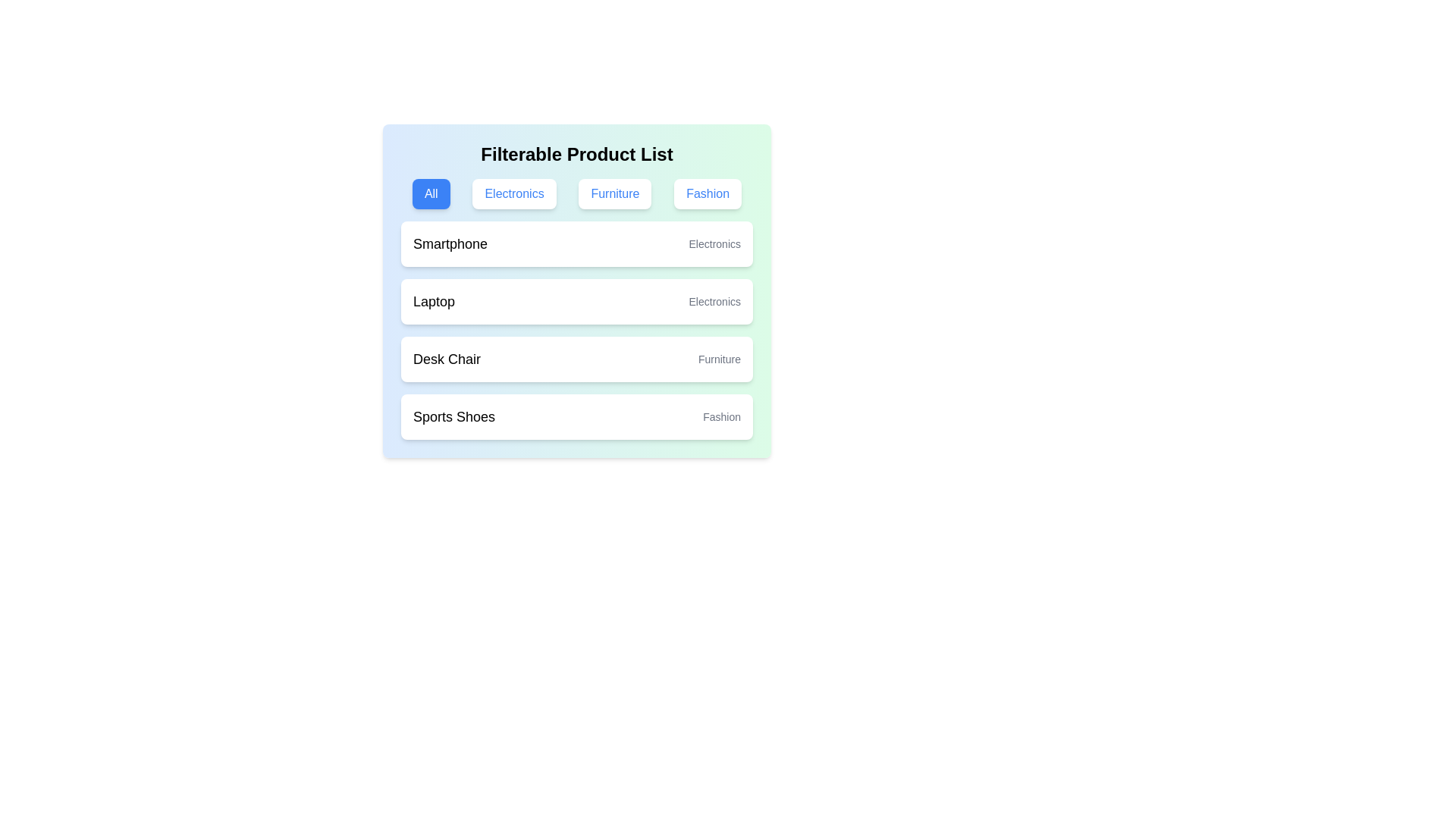  What do you see at coordinates (576, 359) in the screenshot?
I see `the product list item Desk Chair` at bounding box center [576, 359].